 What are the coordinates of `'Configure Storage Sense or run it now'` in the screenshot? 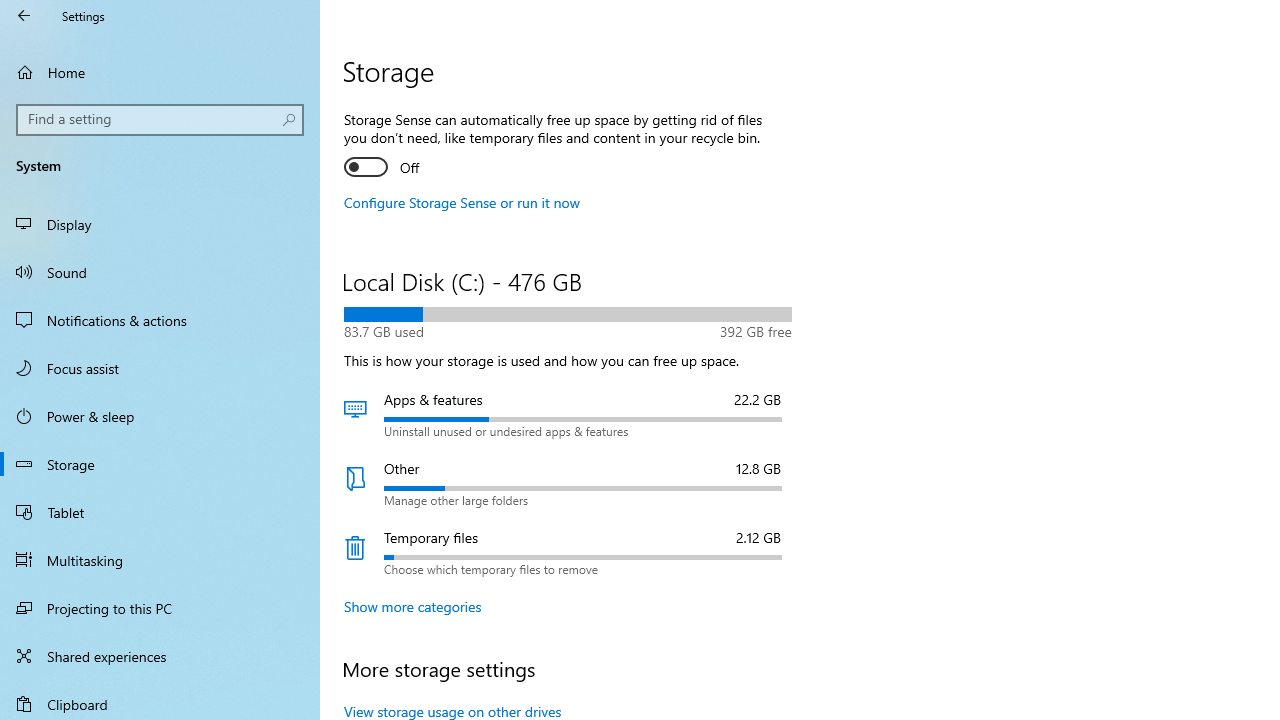 It's located at (461, 202).